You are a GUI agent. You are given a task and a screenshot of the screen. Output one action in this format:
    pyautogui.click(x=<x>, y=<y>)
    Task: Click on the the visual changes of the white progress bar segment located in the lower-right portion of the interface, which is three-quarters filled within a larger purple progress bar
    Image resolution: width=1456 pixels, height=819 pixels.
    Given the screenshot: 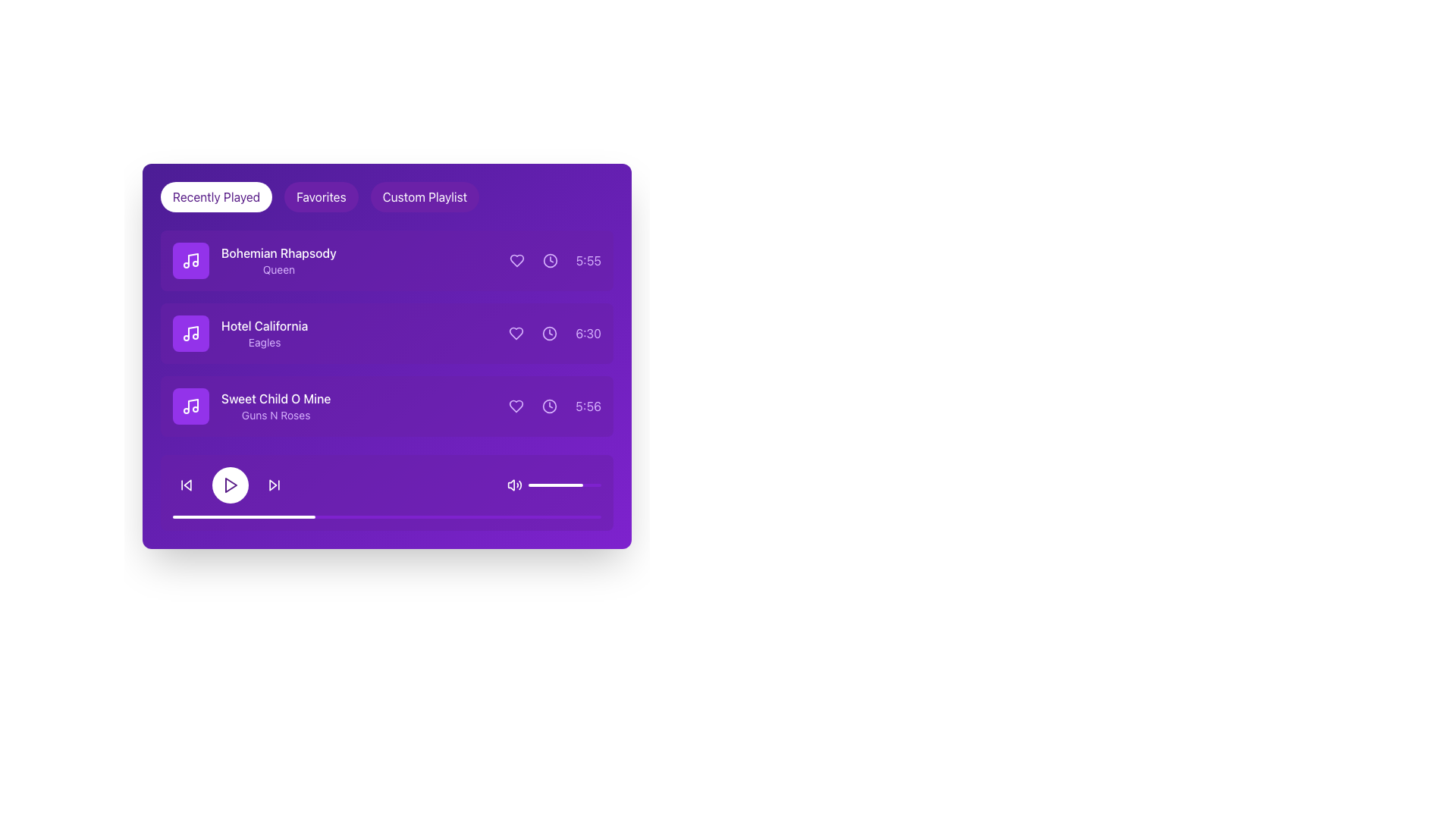 What is the action you would take?
    pyautogui.click(x=555, y=485)
    